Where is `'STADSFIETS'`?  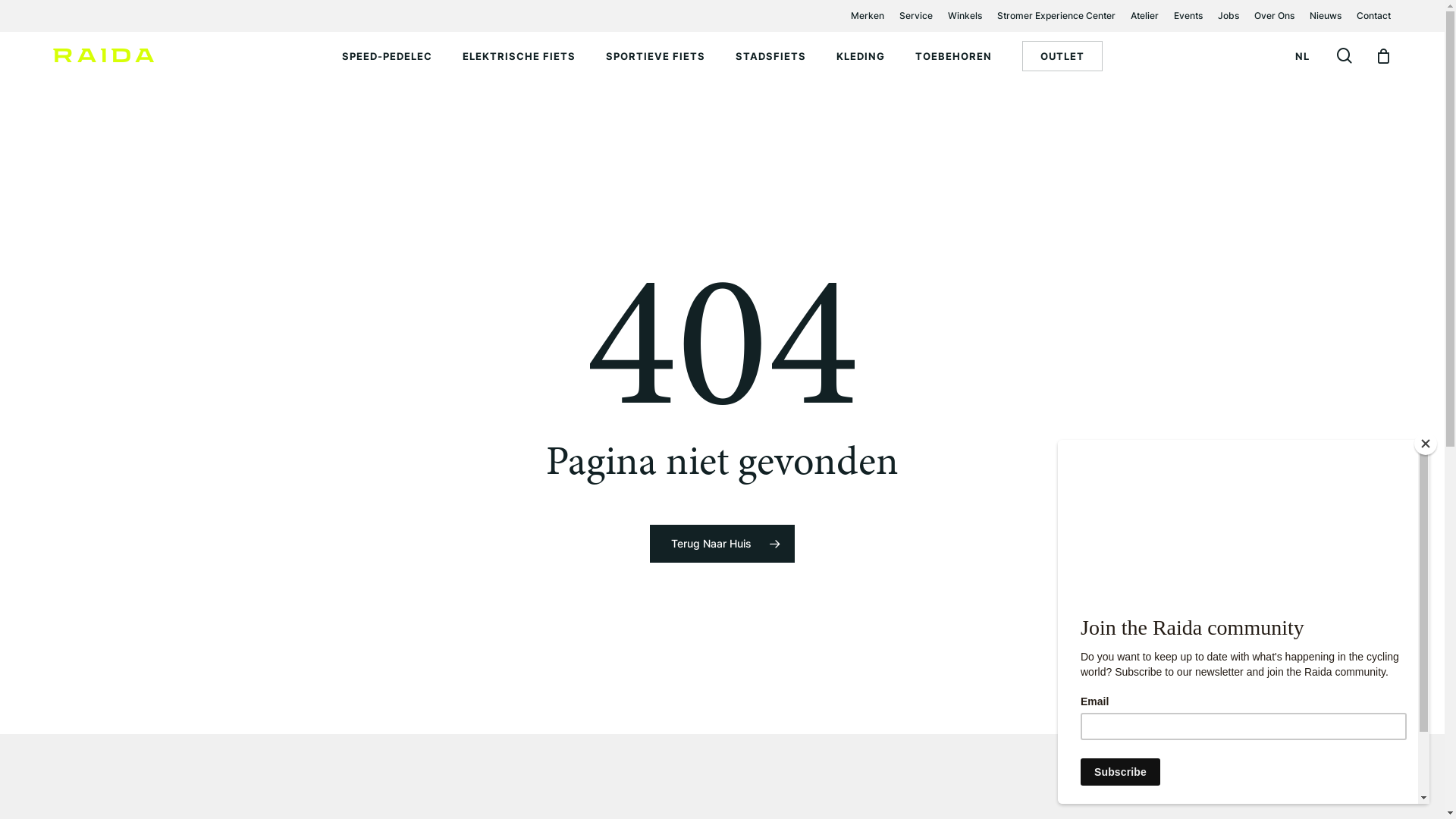
'STADSFIETS' is located at coordinates (770, 55).